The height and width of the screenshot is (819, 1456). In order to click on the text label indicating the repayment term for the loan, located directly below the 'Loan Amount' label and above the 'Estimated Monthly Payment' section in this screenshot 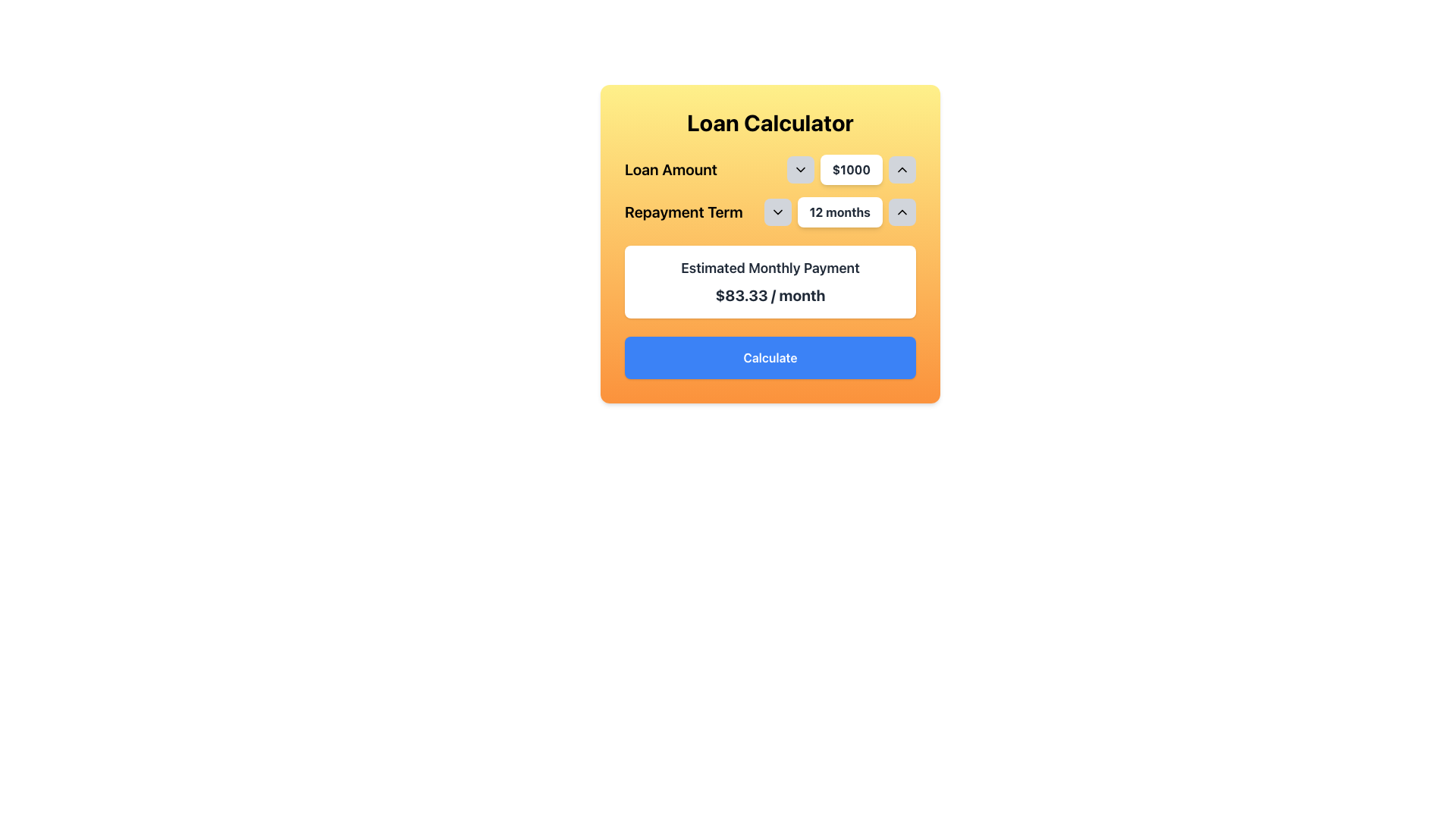, I will do `click(682, 212)`.